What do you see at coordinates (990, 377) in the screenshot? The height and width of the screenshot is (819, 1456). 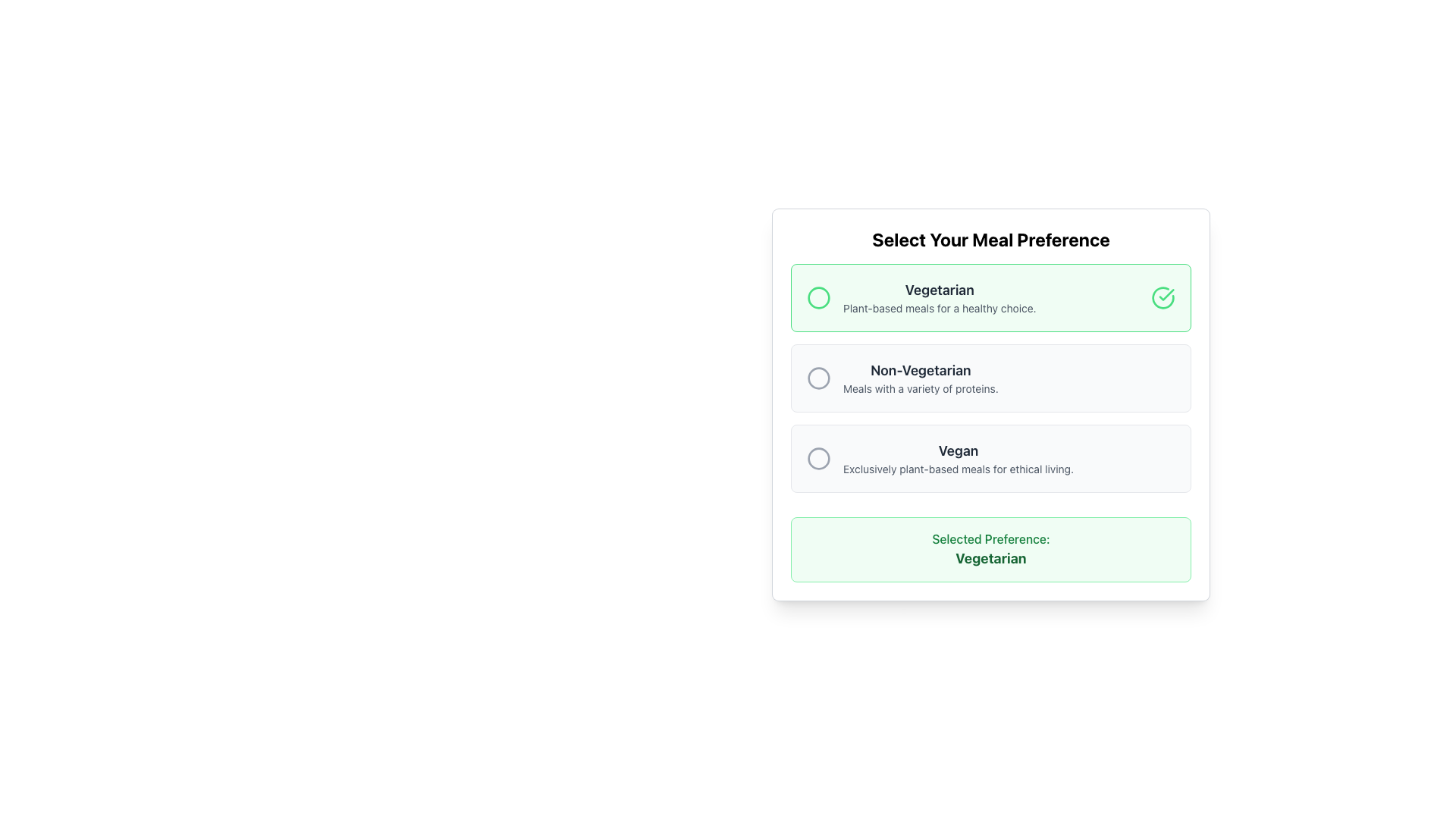 I see `the radio button for the 'Non-Vegetarian' meal preference option, which is the second option in a vertical list of meal preferences` at bounding box center [990, 377].